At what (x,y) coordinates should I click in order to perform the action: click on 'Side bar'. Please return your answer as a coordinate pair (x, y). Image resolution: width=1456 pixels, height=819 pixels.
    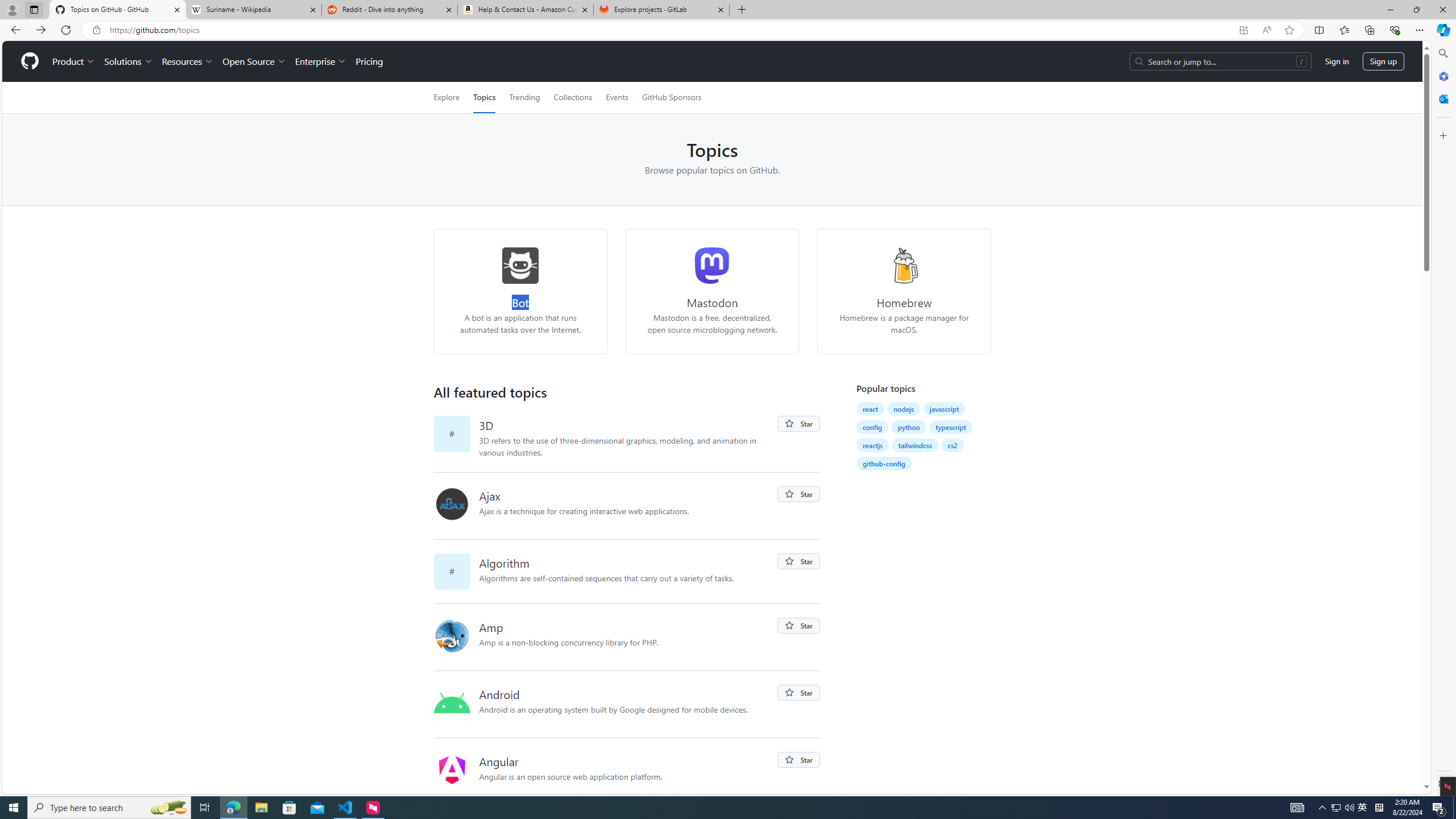
    Looking at the image, I should click on (1443, 418).